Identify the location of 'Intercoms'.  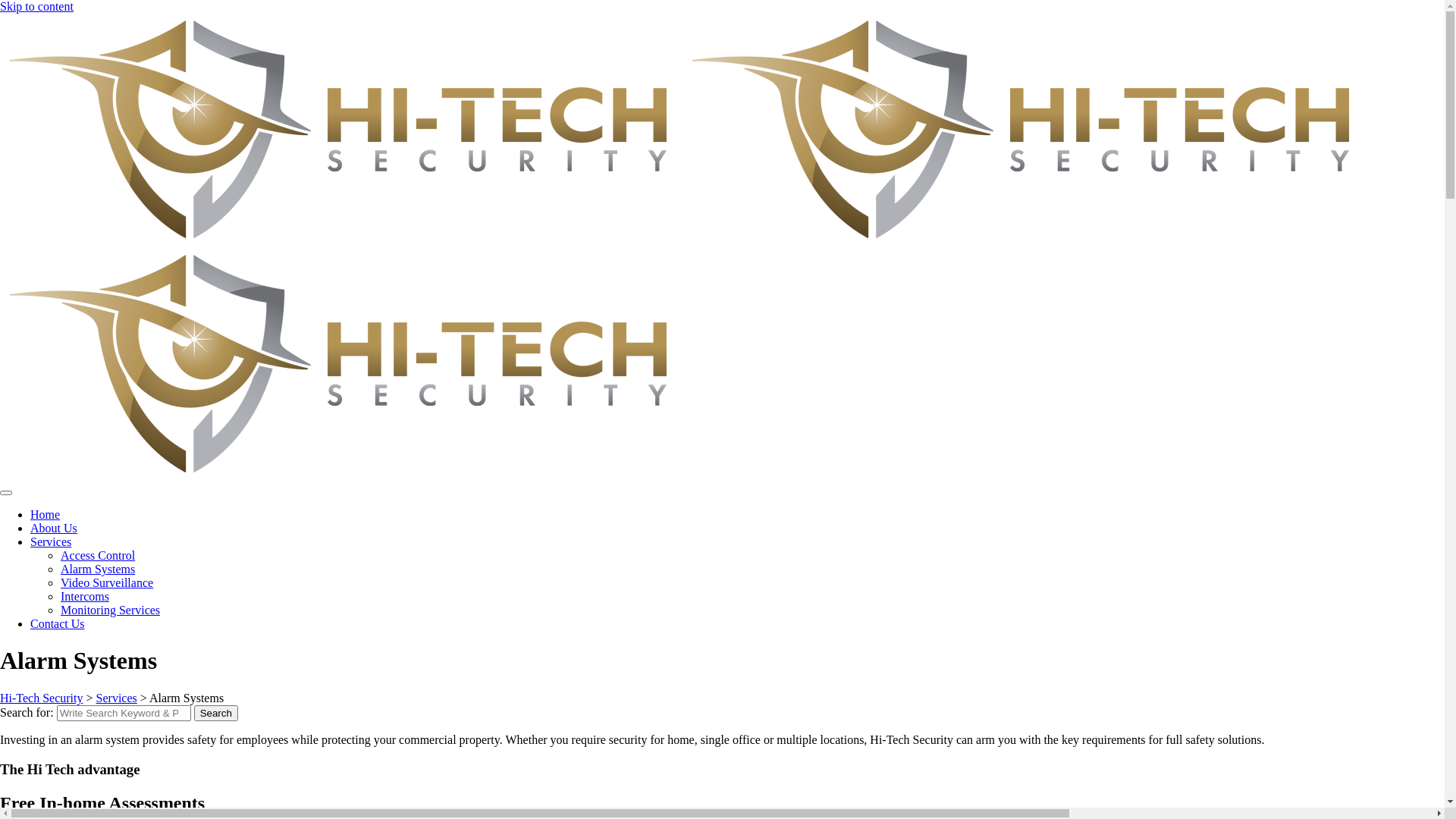
(83, 595).